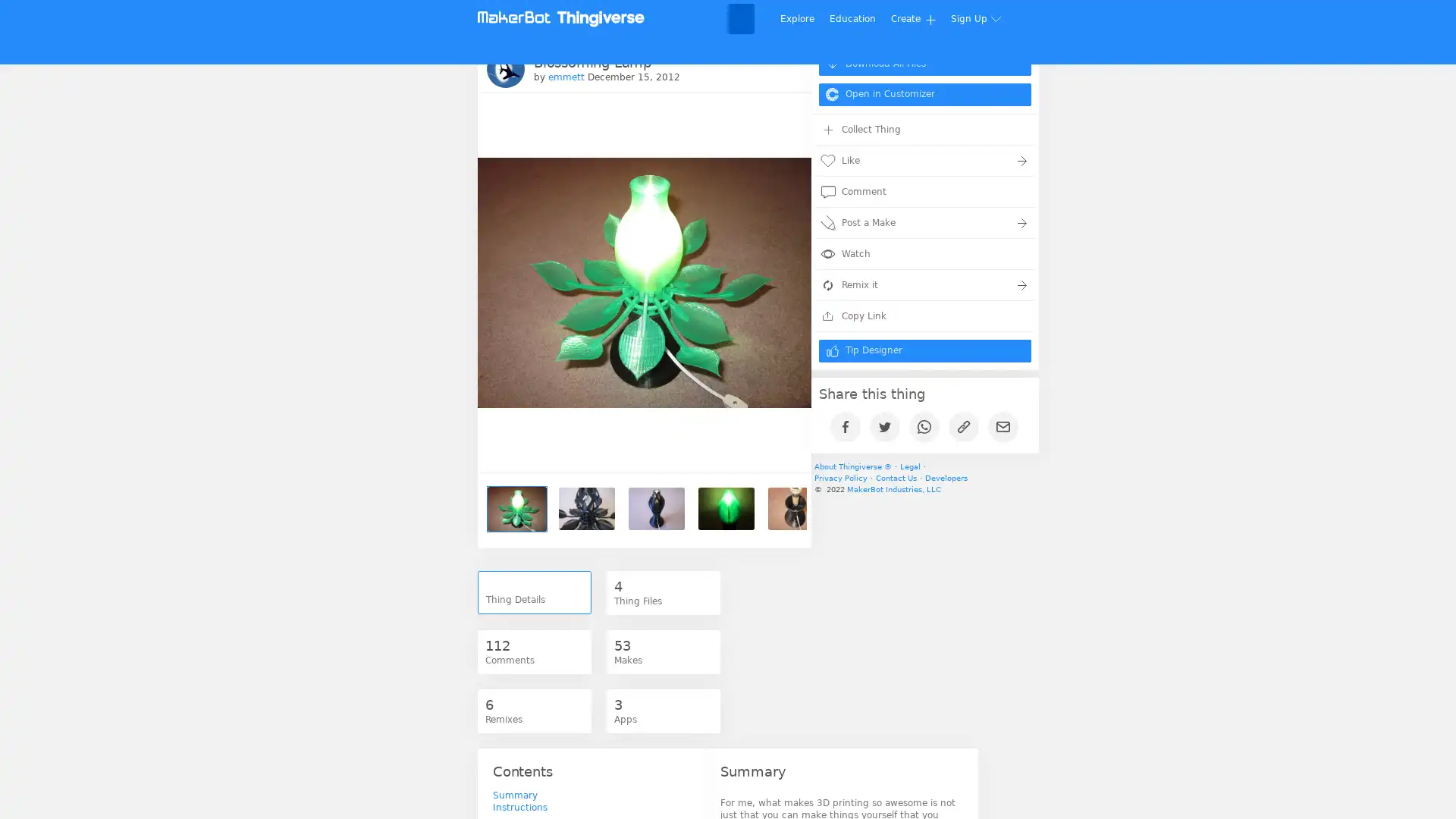 This screenshot has width=1456, height=819. I want to click on slide item 10, so click(1145, 508).